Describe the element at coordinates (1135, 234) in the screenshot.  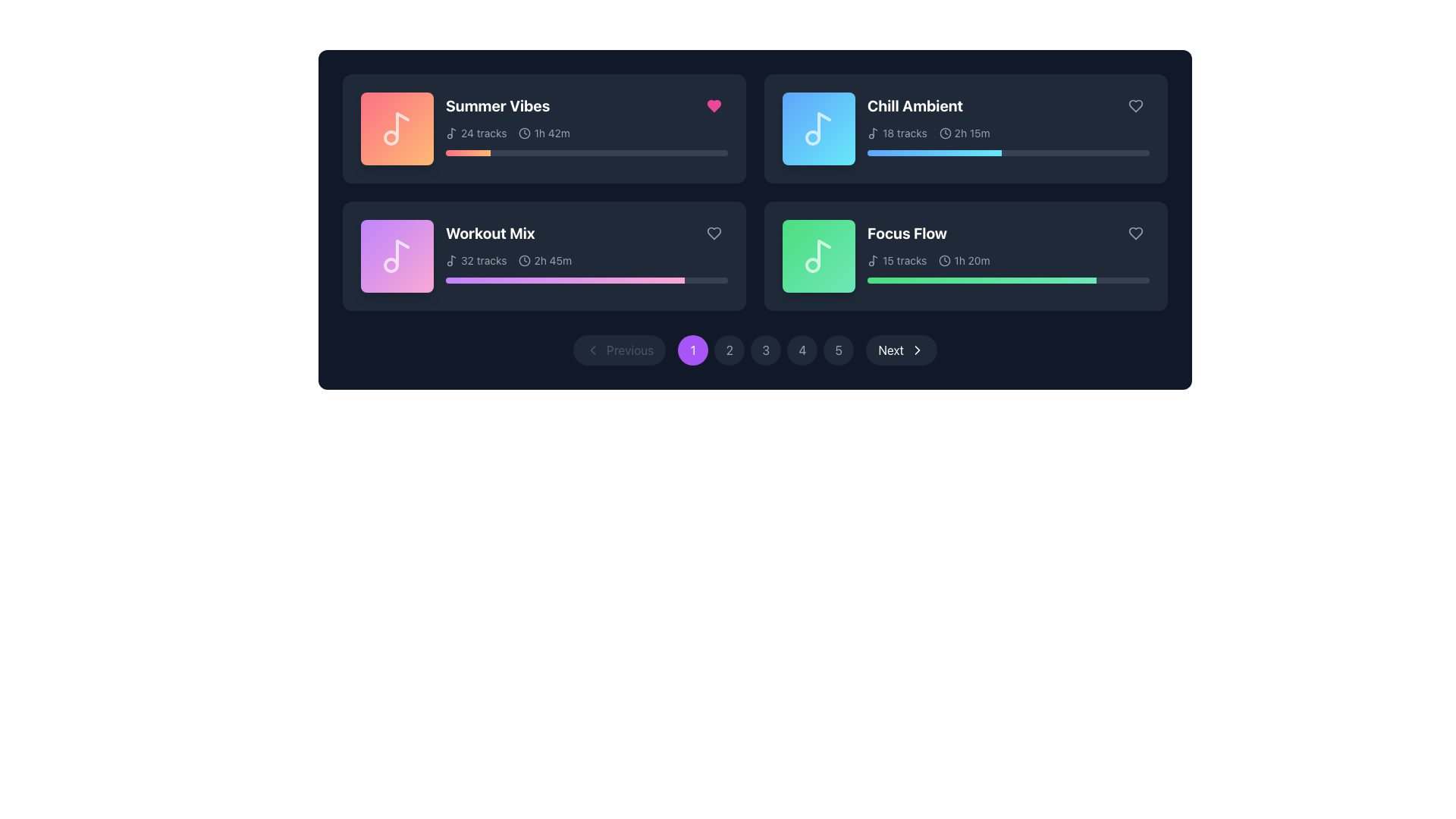
I see `the heart icon located in the top-right corner of the 'Focus Flow' card` at that location.